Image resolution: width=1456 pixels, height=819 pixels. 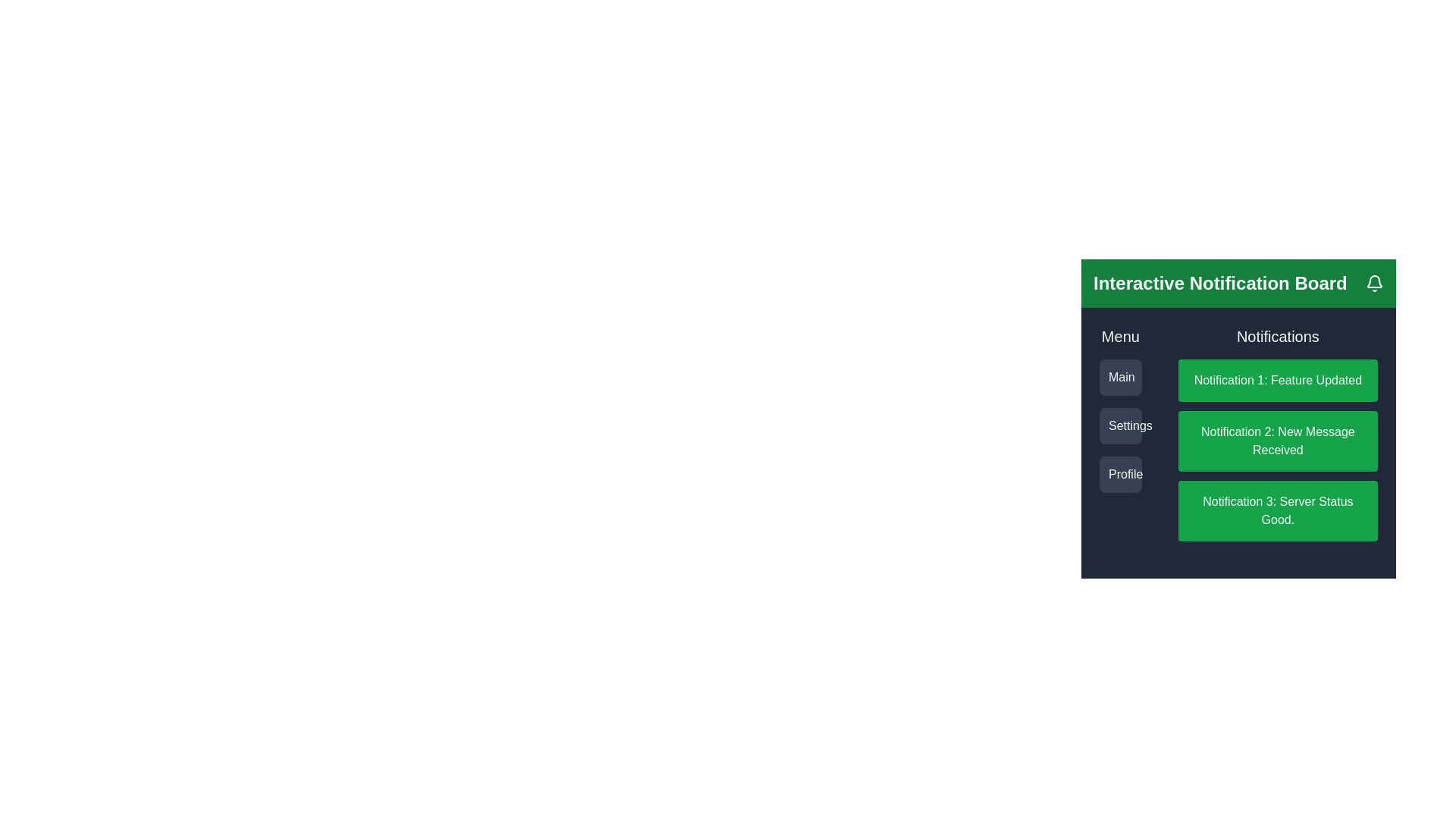 What do you see at coordinates (1120, 426) in the screenshot?
I see `the 'Settings' button, which is a rectangular button with a dark background and rounded corners, located in the vertical 'Menu' list between 'Main' and 'Profile'` at bounding box center [1120, 426].